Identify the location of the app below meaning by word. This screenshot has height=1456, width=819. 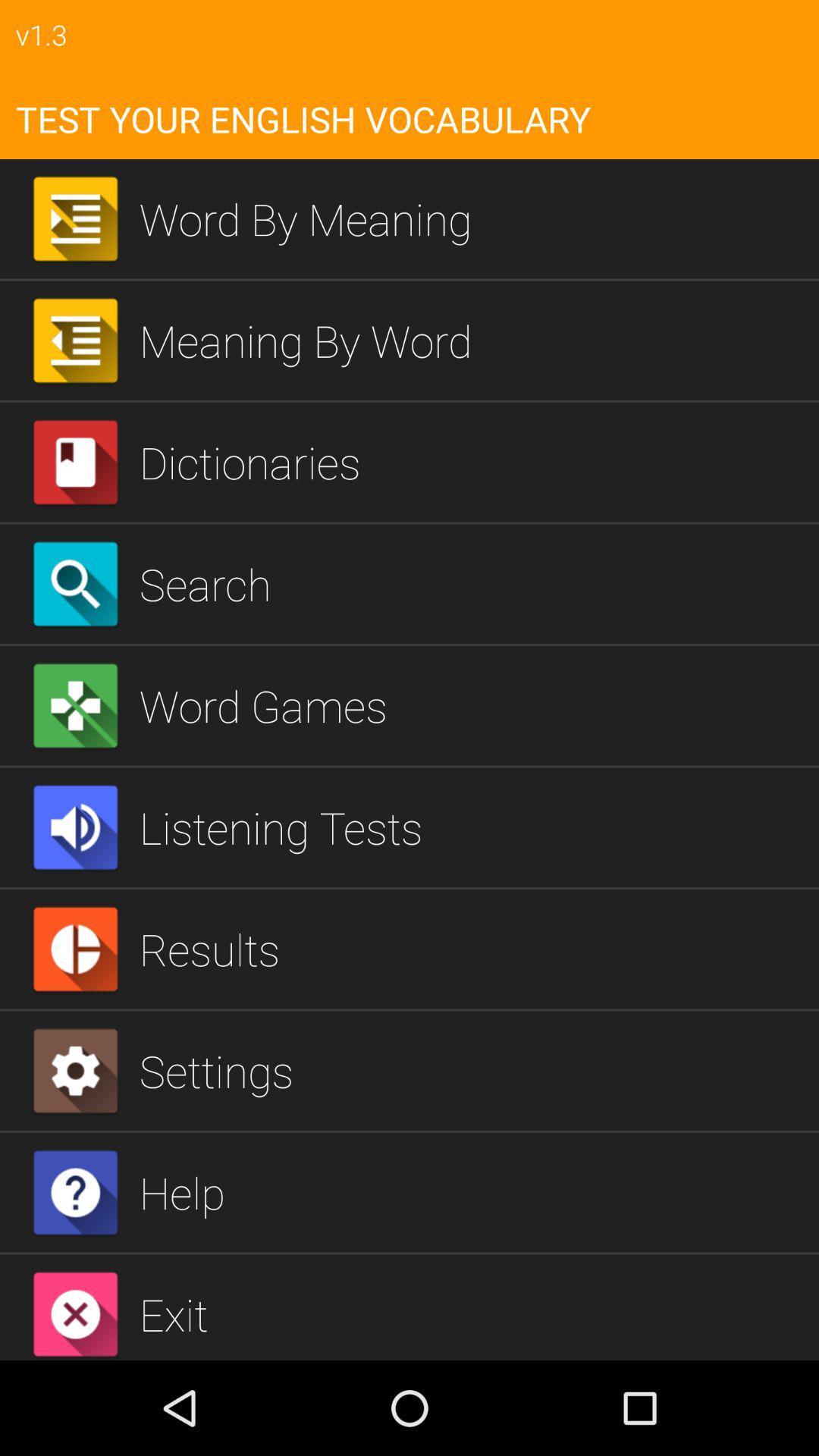
(472, 461).